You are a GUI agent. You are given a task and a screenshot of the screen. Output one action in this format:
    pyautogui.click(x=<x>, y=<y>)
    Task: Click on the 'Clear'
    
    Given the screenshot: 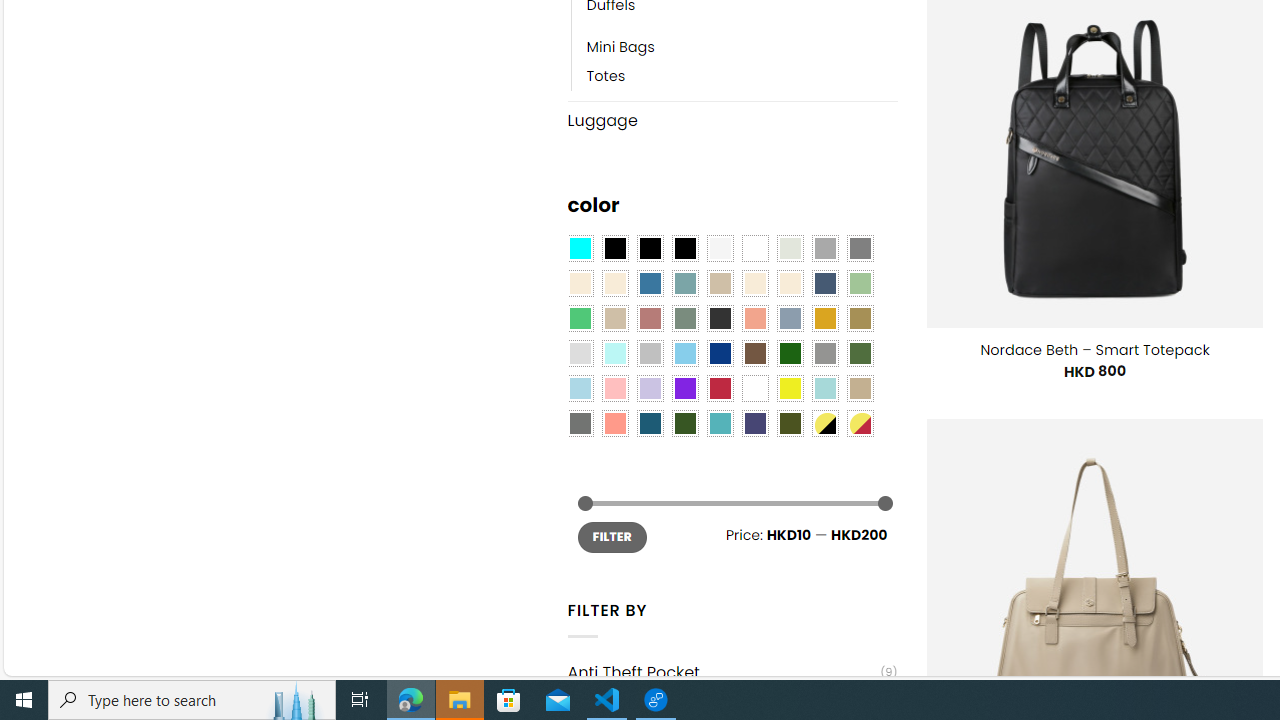 What is the action you would take?
    pyautogui.click(x=754, y=248)
    